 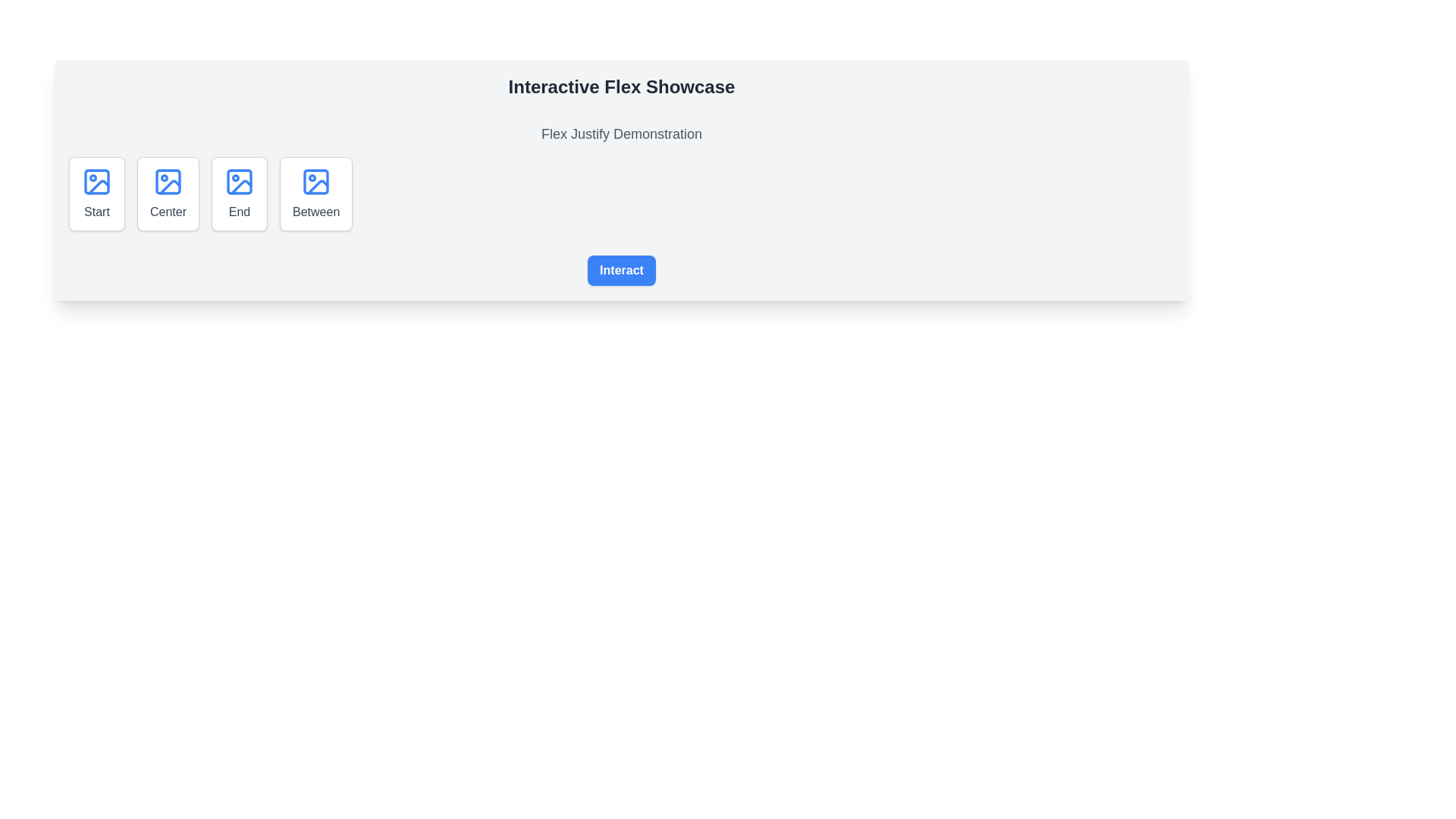 What do you see at coordinates (96, 180) in the screenshot?
I see `the blue icon representing an image with a circular detail and diagonal line, which is part of the 'Start' button UI component` at bounding box center [96, 180].